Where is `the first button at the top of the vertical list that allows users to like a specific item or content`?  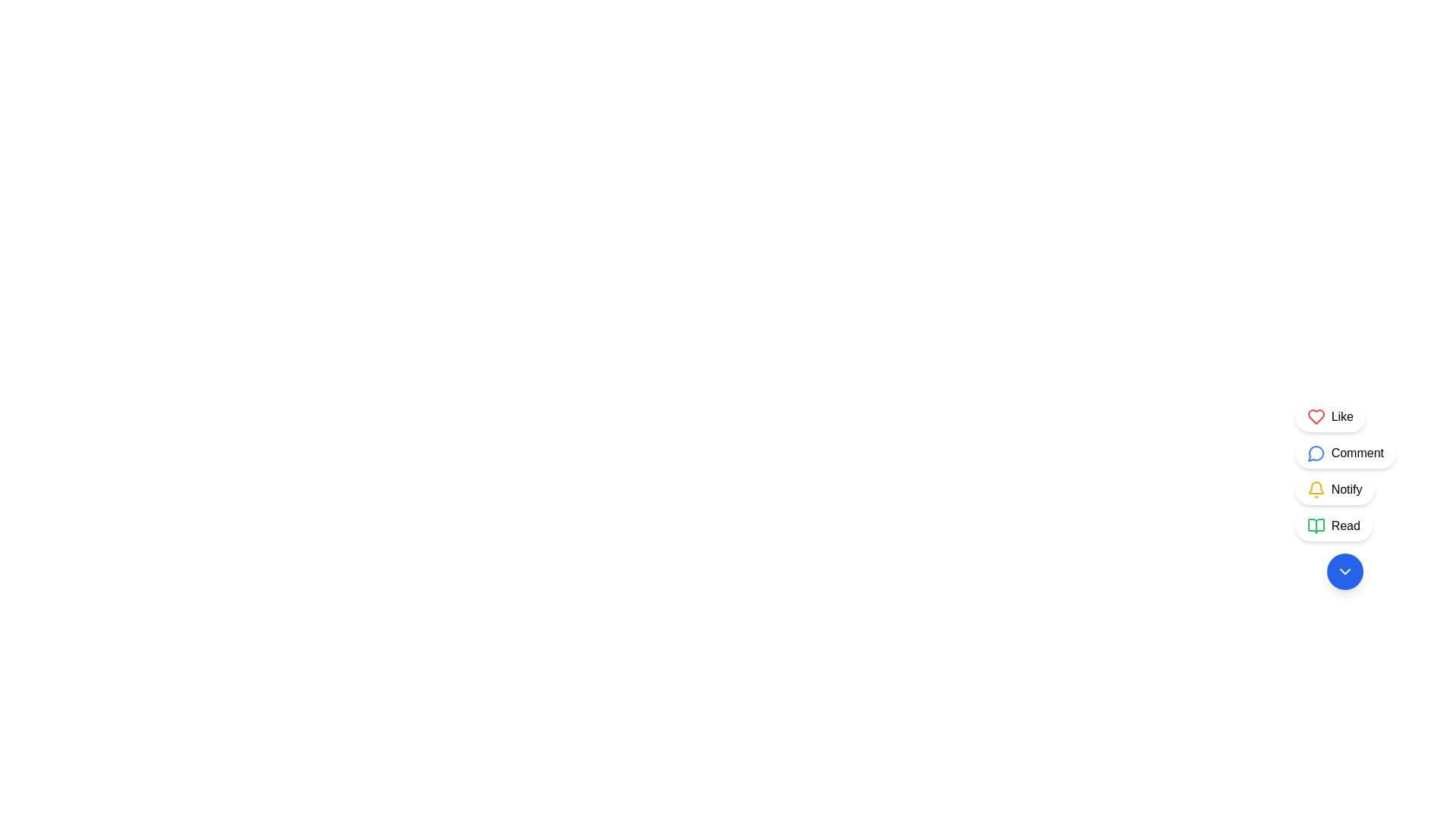
the first button at the top of the vertical list that allows users to like a specific item or content is located at coordinates (1329, 417).